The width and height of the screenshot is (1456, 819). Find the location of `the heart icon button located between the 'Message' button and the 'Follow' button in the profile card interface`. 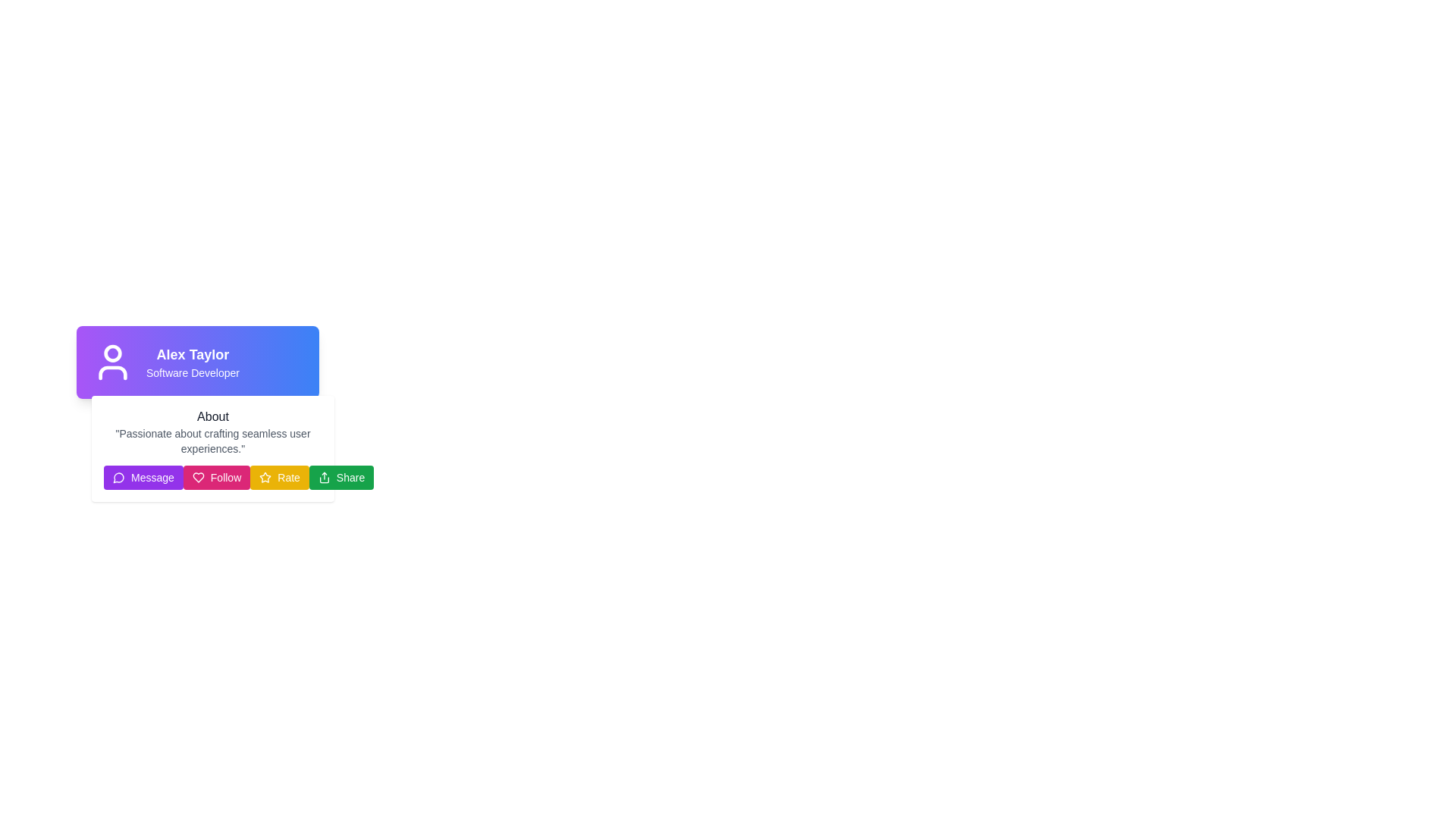

the heart icon button located between the 'Message' button and the 'Follow' button in the profile card interface is located at coordinates (197, 476).